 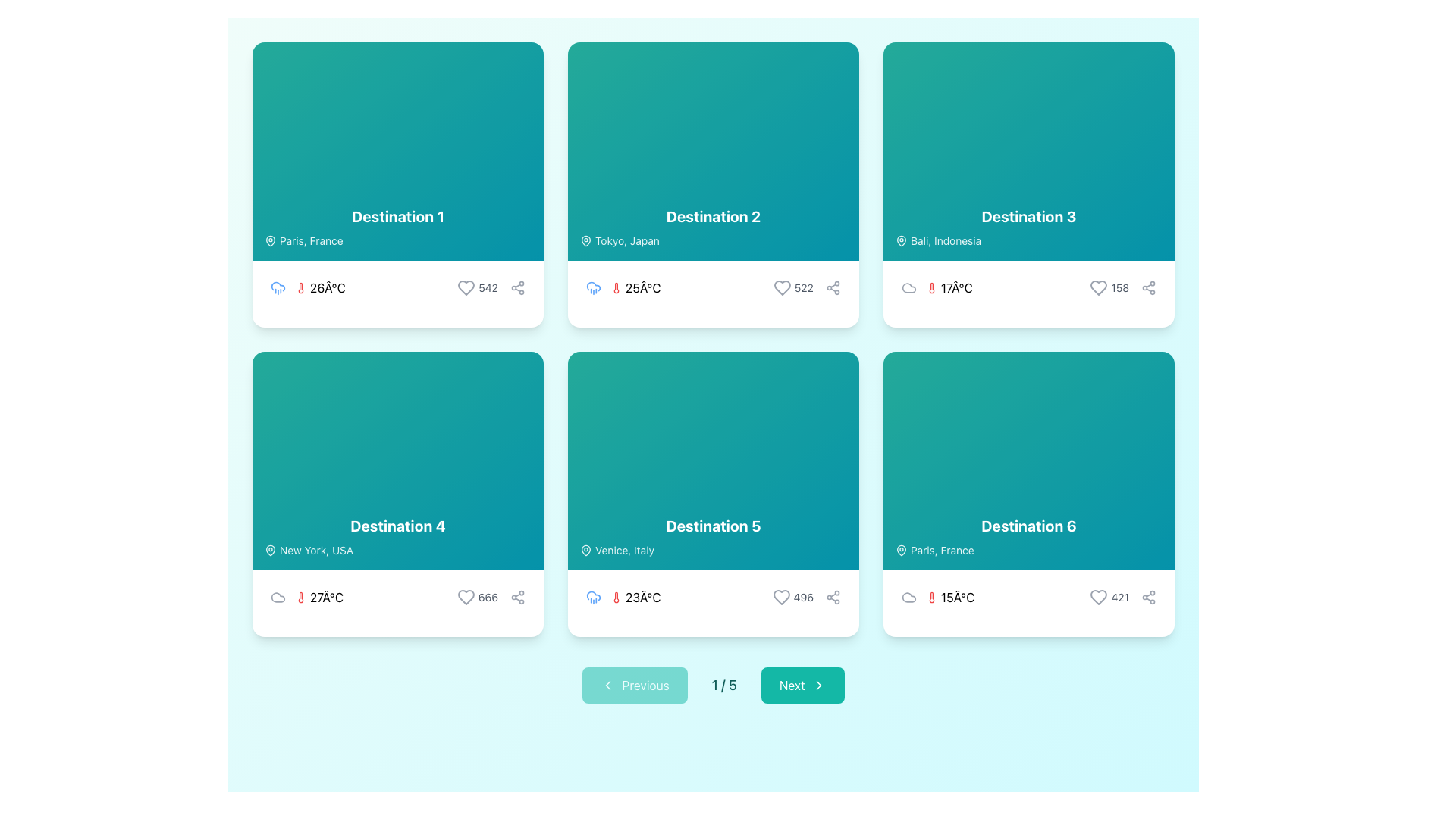 I want to click on the weather condition icon located in the bottom-right card under the 'Destination 6' title, next to the temperature reading (15°C), so click(x=909, y=596).